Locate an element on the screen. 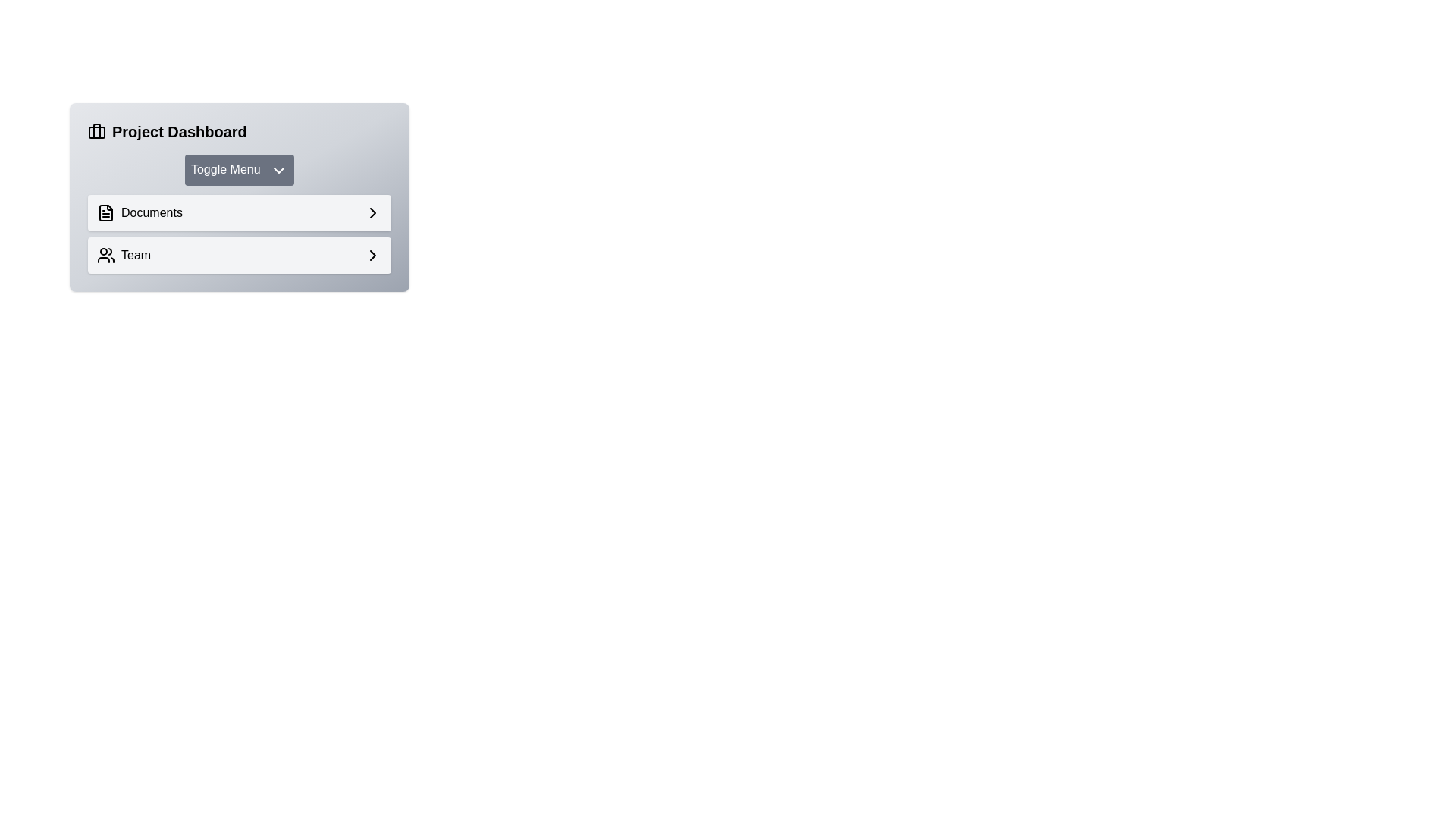 The image size is (1456, 819). the thin, vertical stroke within the briefcase icon located to the left of the 'Project Dashboard' text is located at coordinates (96, 130).